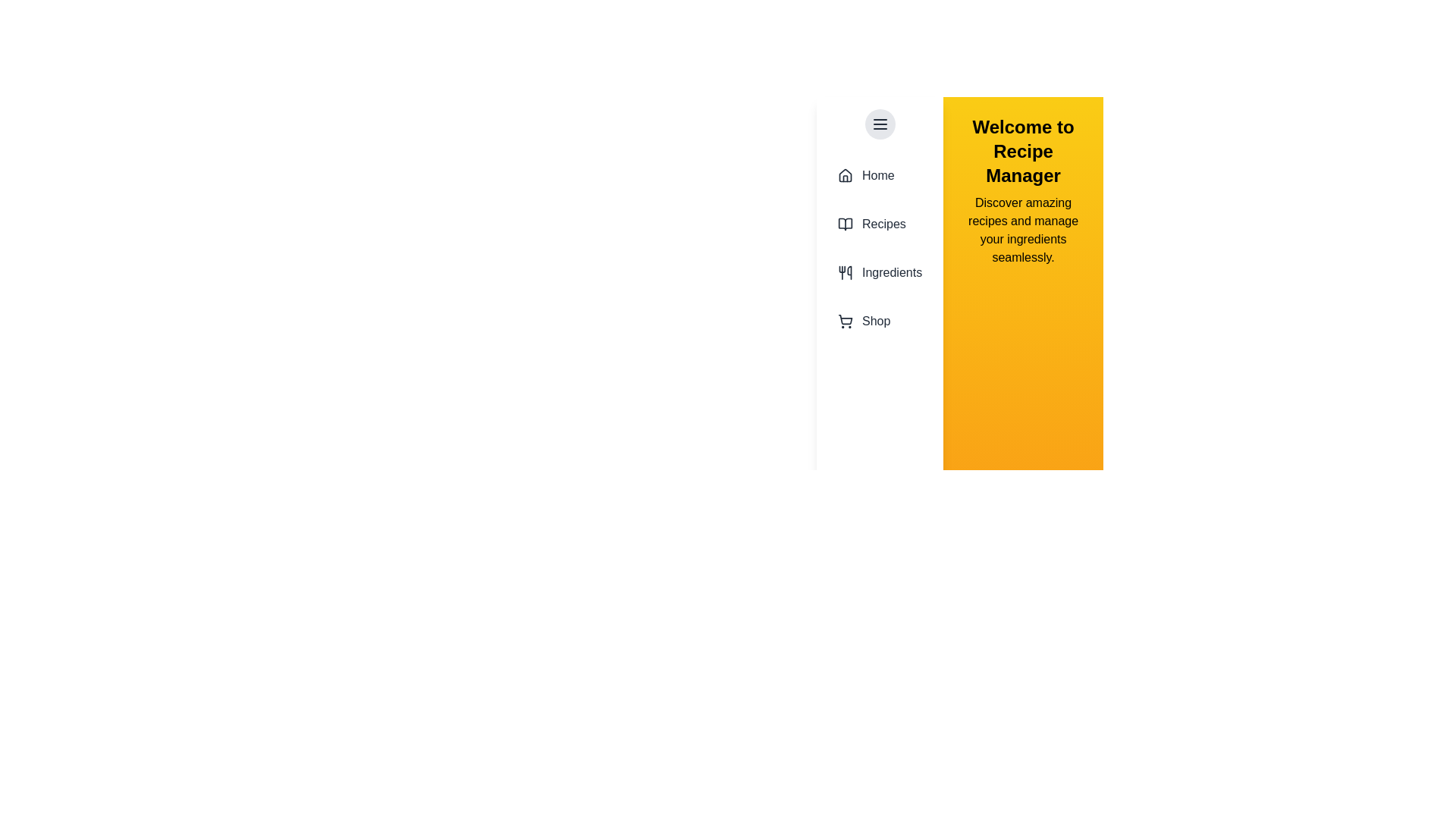 This screenshot has height=819, width=1456. I want to click on the drawer item labeled Recipes to reveal additional information, so click(880, 224).